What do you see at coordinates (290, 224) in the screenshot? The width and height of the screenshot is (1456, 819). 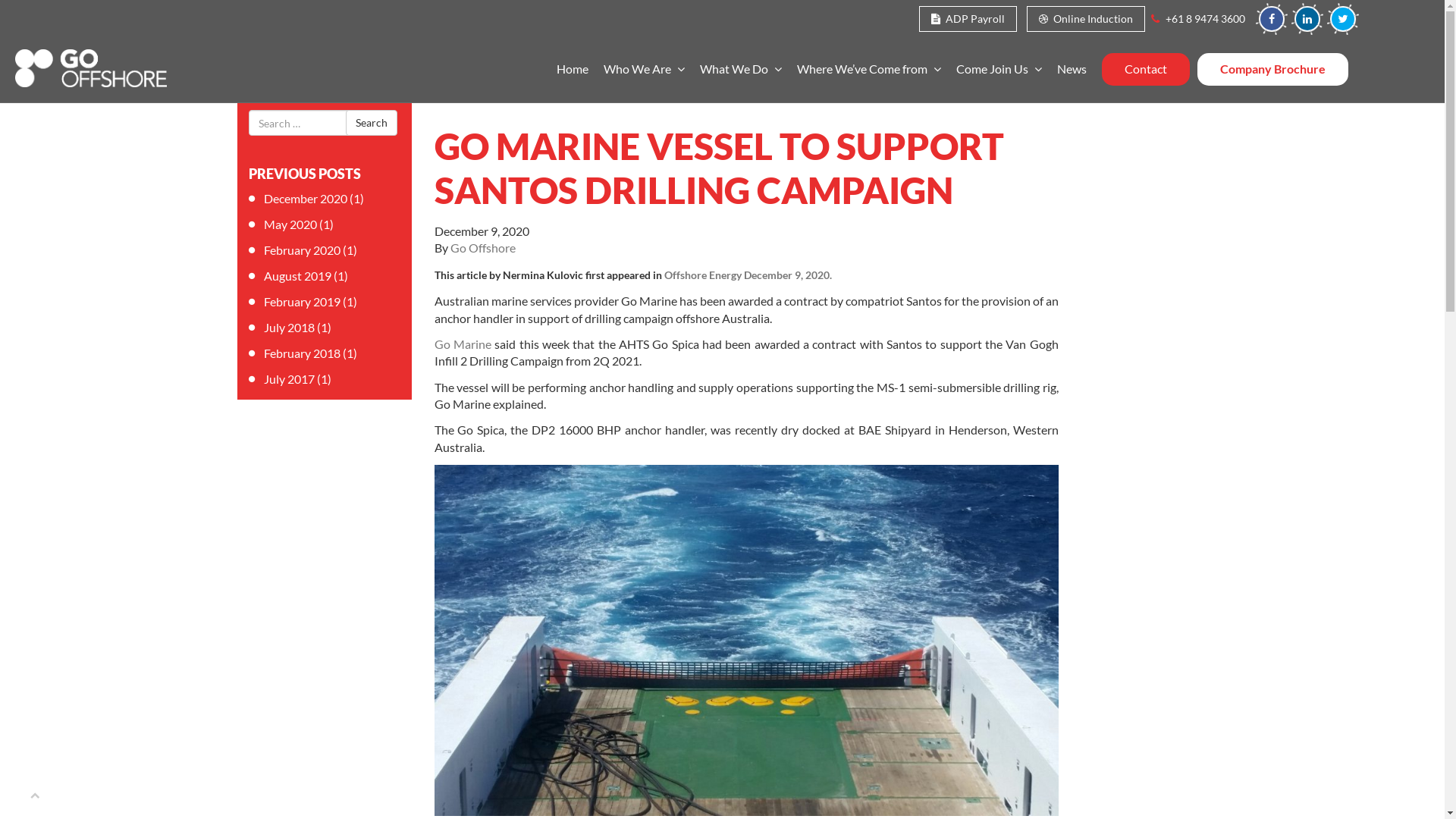 I see `'May 2020'` at bounding box center [290, 224].